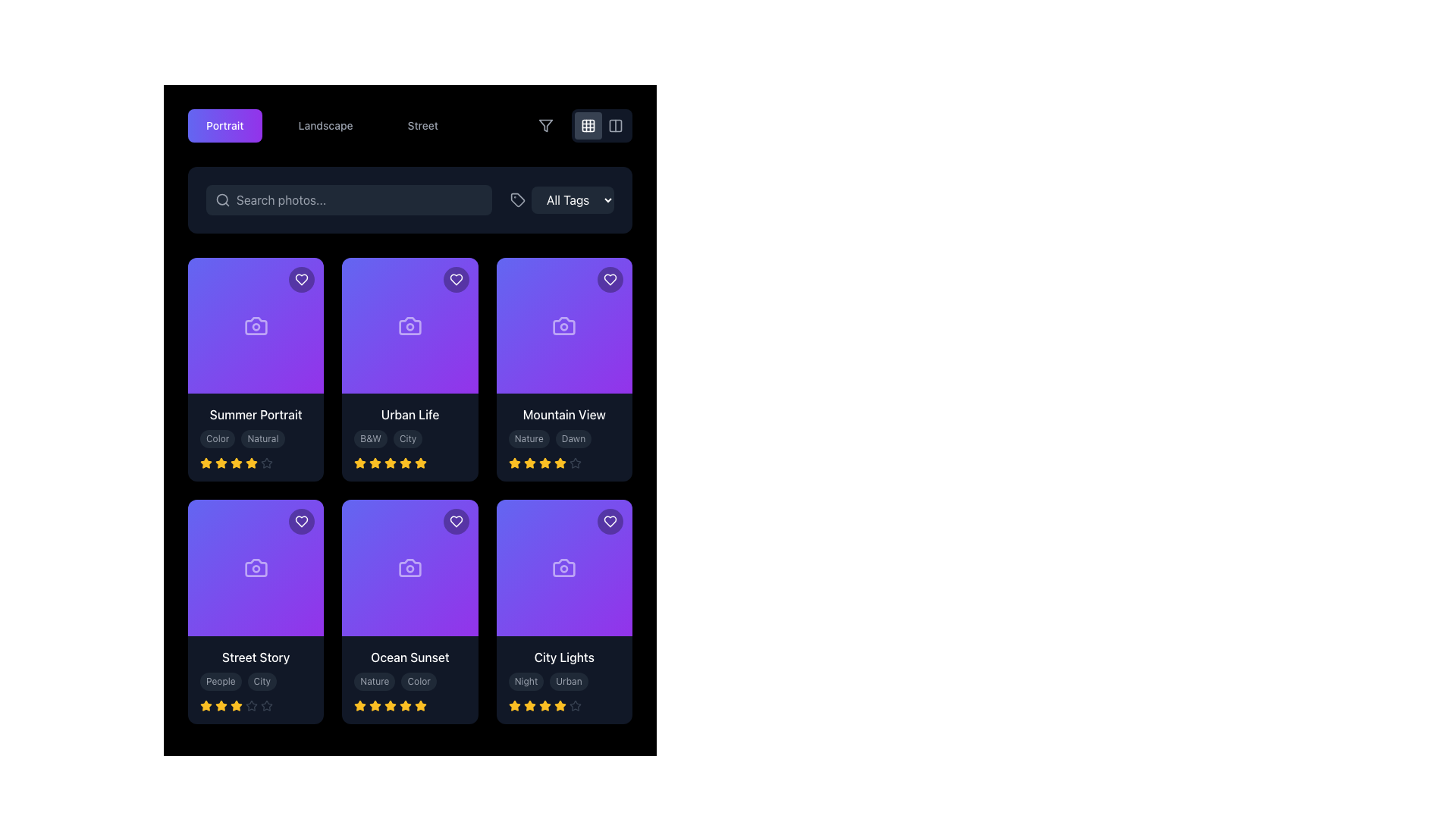 Image resolution: width=1456 pixels, height=819 pixels. What do you see at coordinates (455, 280) in the screenshot?
I see `the circular heart button with a semi-transparent black background located at the top-right corner of the 'Urban Life' card` at bounding box center [455, 280].